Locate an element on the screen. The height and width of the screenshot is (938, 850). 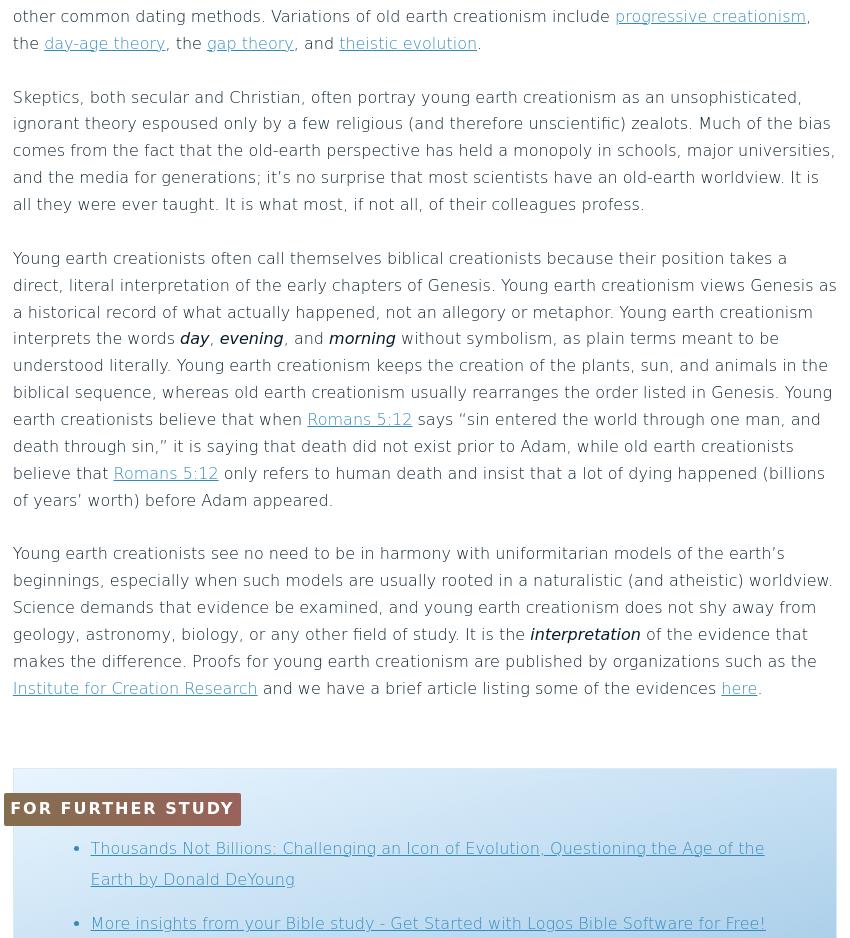
'morning' is located at coordinates (329, 338).